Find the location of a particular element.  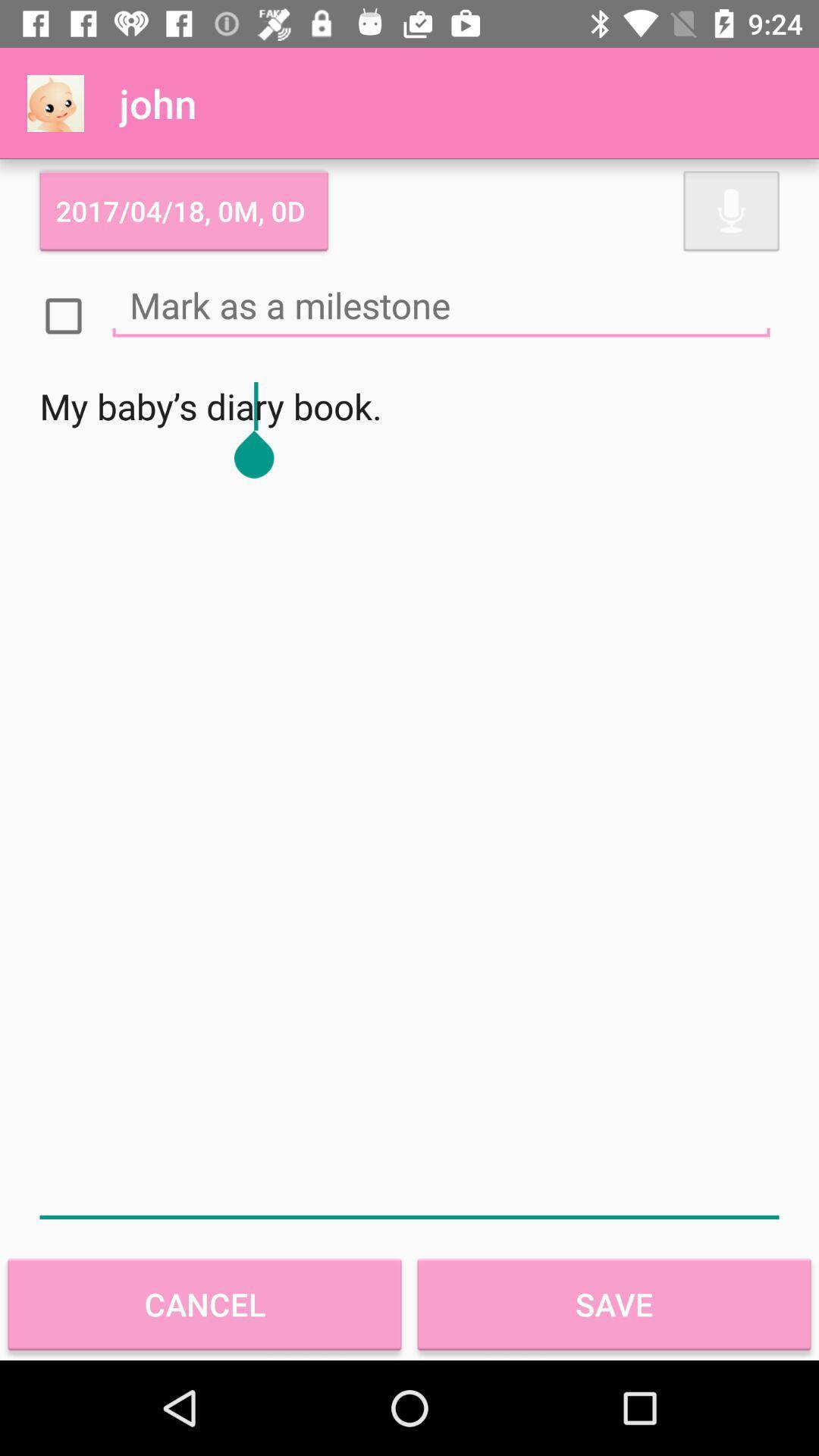

the cancel is located at coordinates (205, 1304).